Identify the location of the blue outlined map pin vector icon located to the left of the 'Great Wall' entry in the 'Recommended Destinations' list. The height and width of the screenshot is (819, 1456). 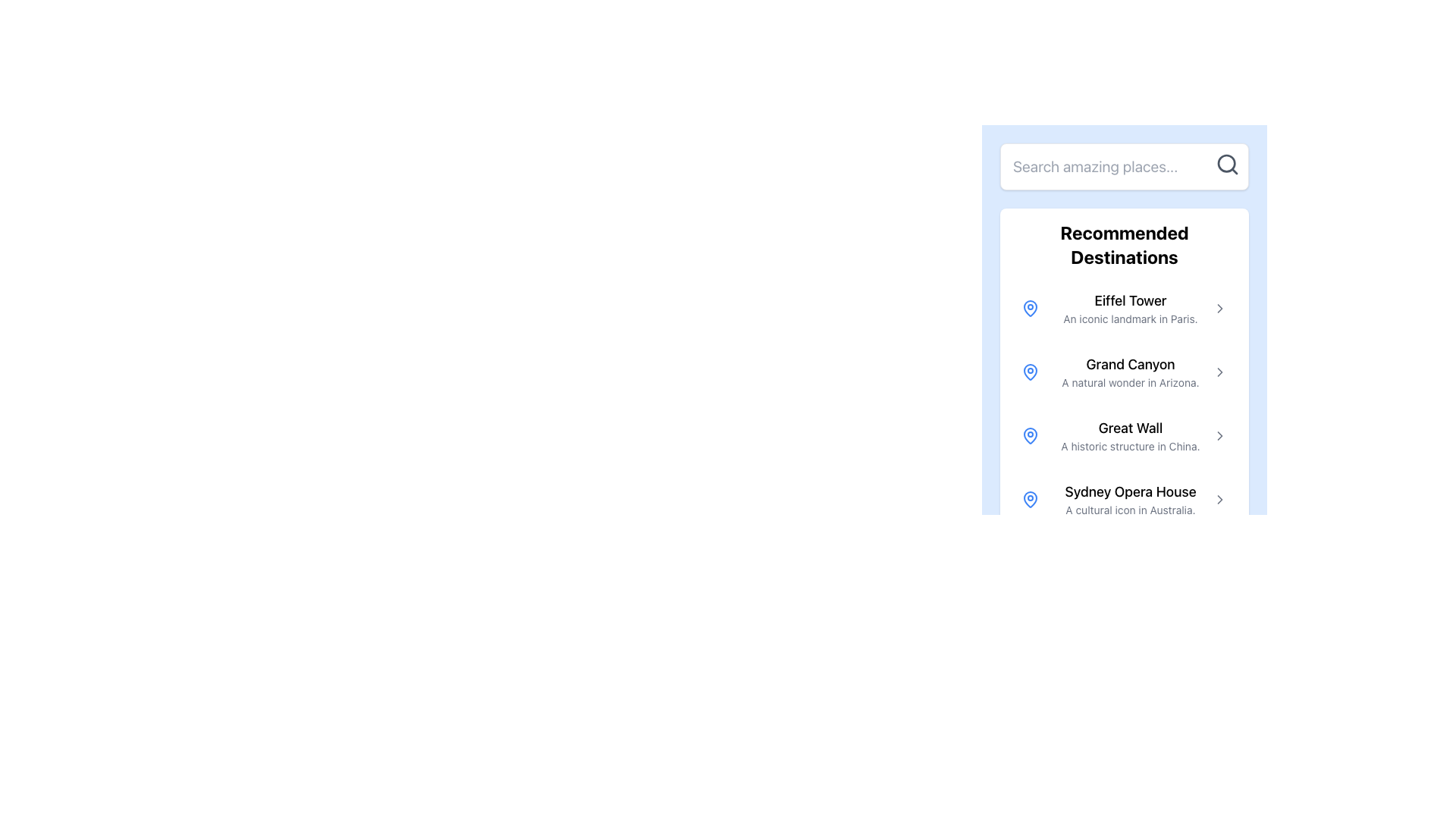
(1030, 435).